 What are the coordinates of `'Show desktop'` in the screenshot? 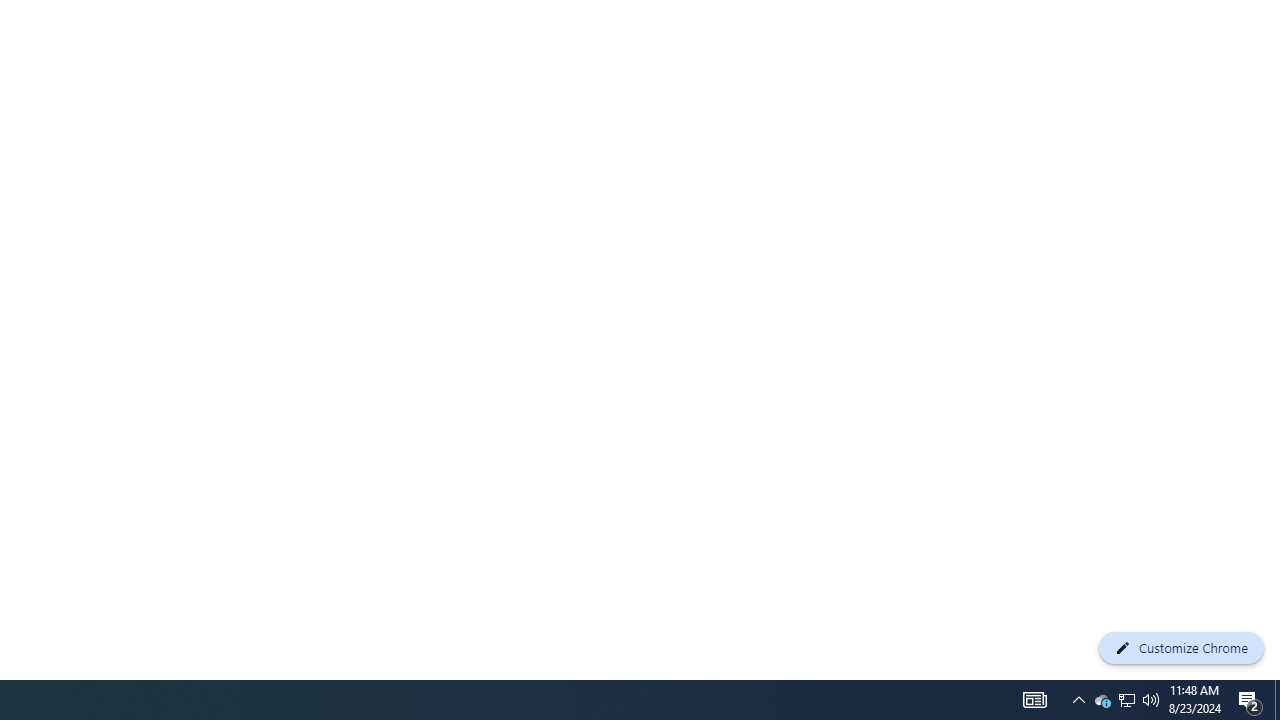 It's located at (1276, 698).